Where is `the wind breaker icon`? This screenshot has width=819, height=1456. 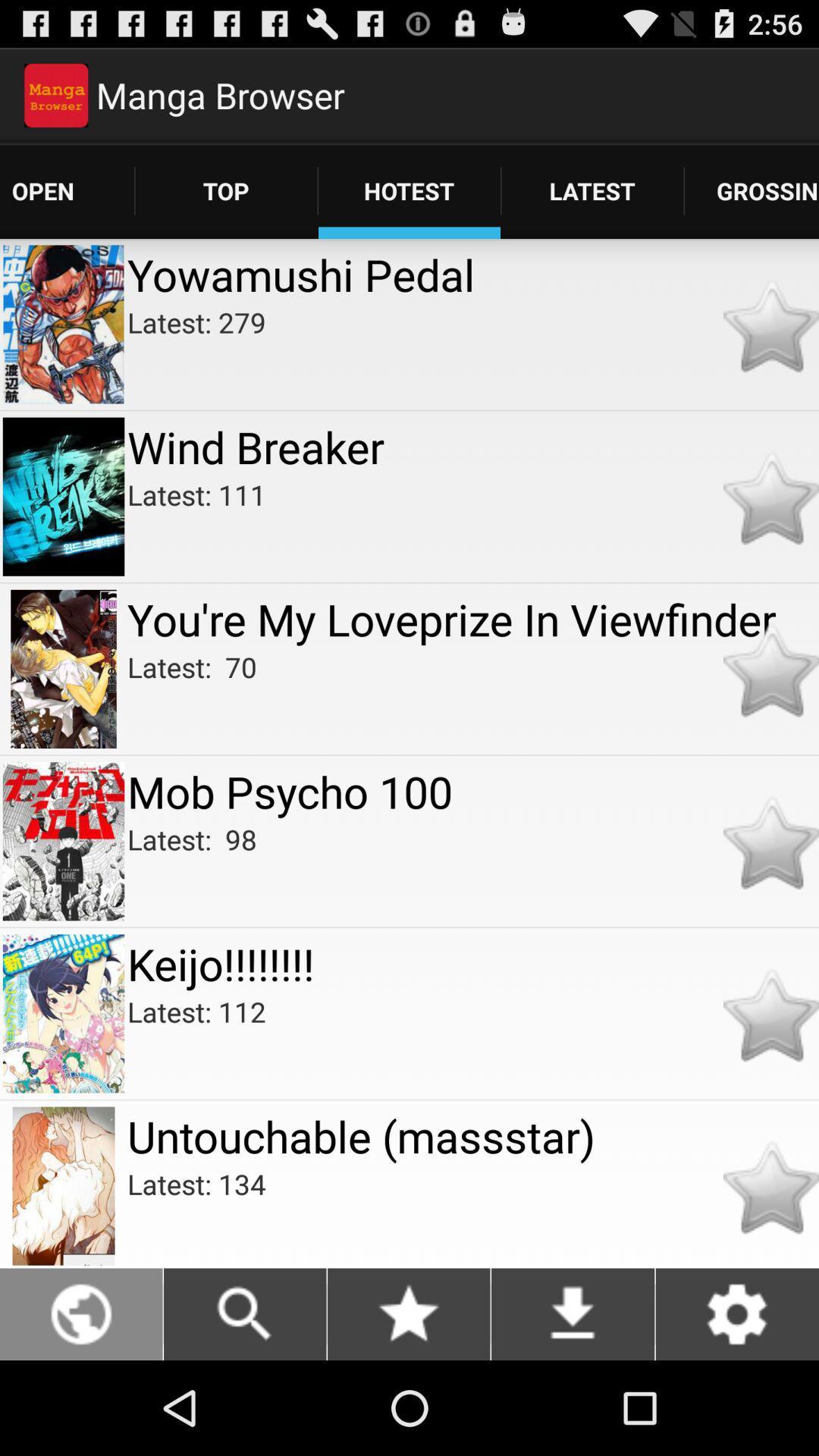
the wind breaker icon is located at coordinates (472, 446).